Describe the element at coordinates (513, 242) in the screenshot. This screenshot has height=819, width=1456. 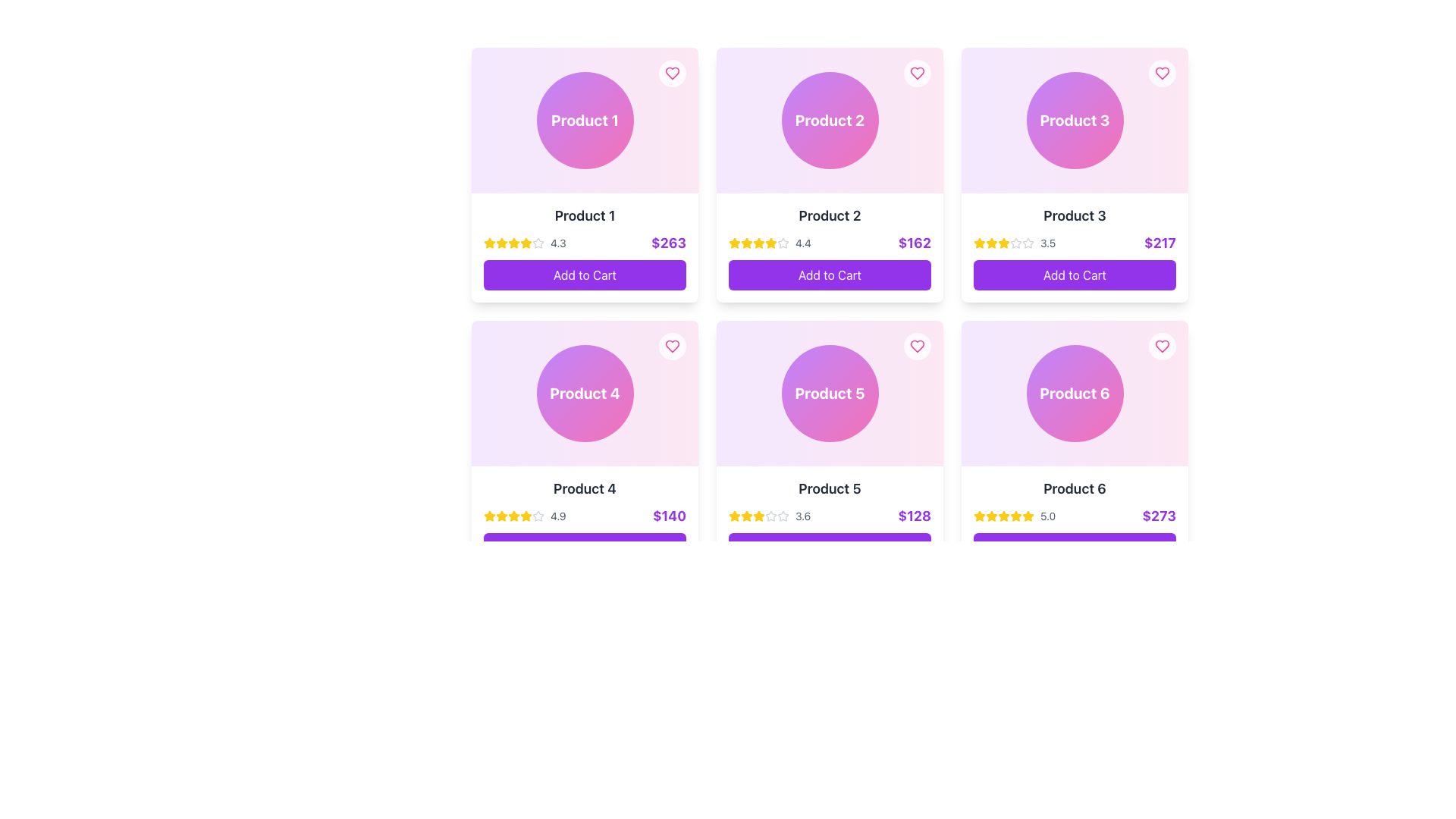
I see `the fourth star in the rating system for 'Product 1'` at that location.